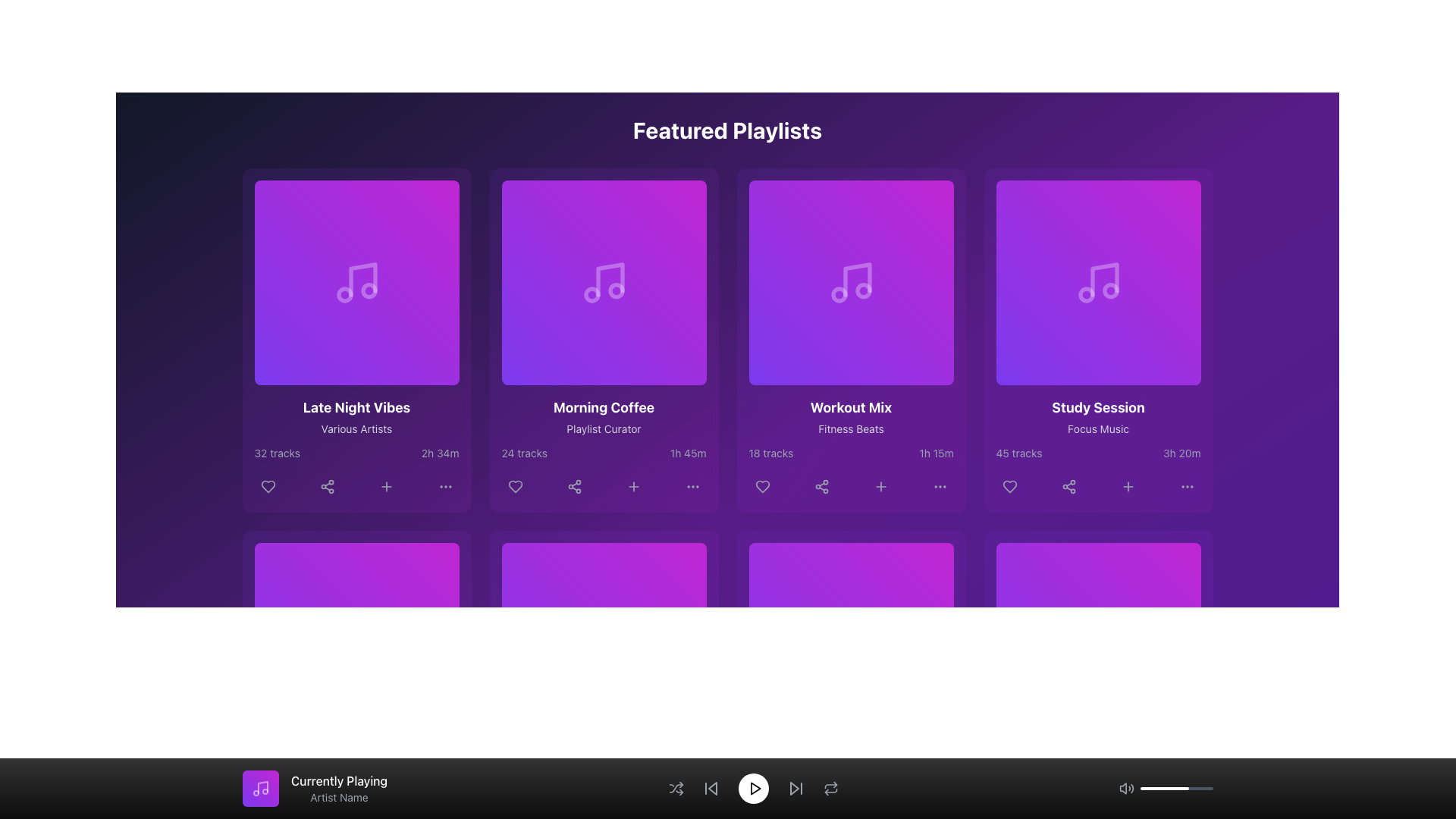 The image size is (1456, 819). What do you see at coordinates (573, 486) in the screenshot?
I see `the share button icon located beneath the title 'Morning Coffee'` at bounding box center [573, 486].